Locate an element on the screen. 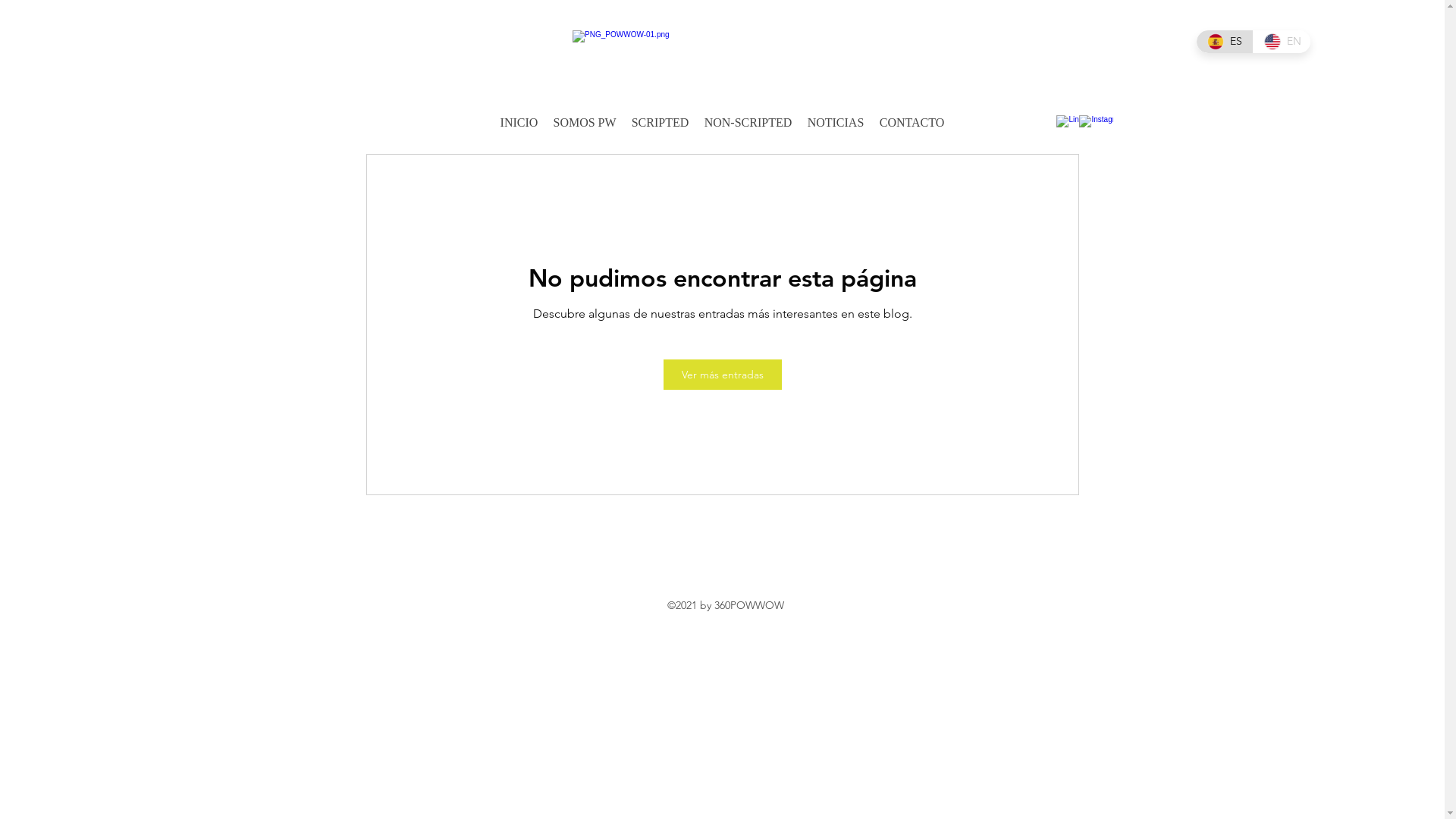 This screenshot has width=1456, height=819. 'EN' is located at coordinates (1281, 40).